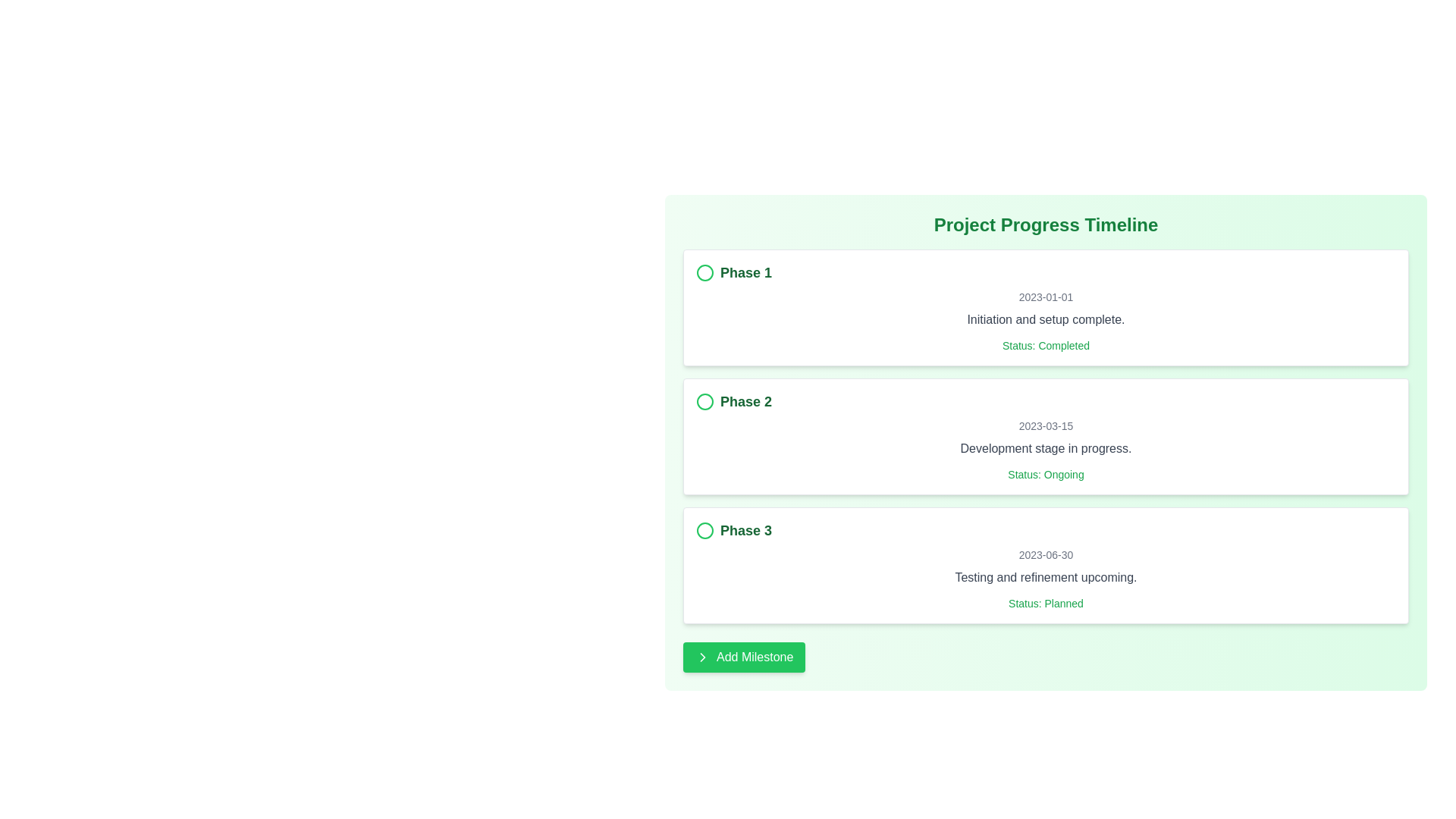 This screenshot has height=819, width=1456. What do you see at coordinates (745, 529) in the screenshot?
I see `the 'Phase 3' text label, which is styled with a bold green font and is positioned in the third row of the Project Progress Timeline under the entries for 'Phase 1' and 'Phase 2'` at bounding box center [745, 529].